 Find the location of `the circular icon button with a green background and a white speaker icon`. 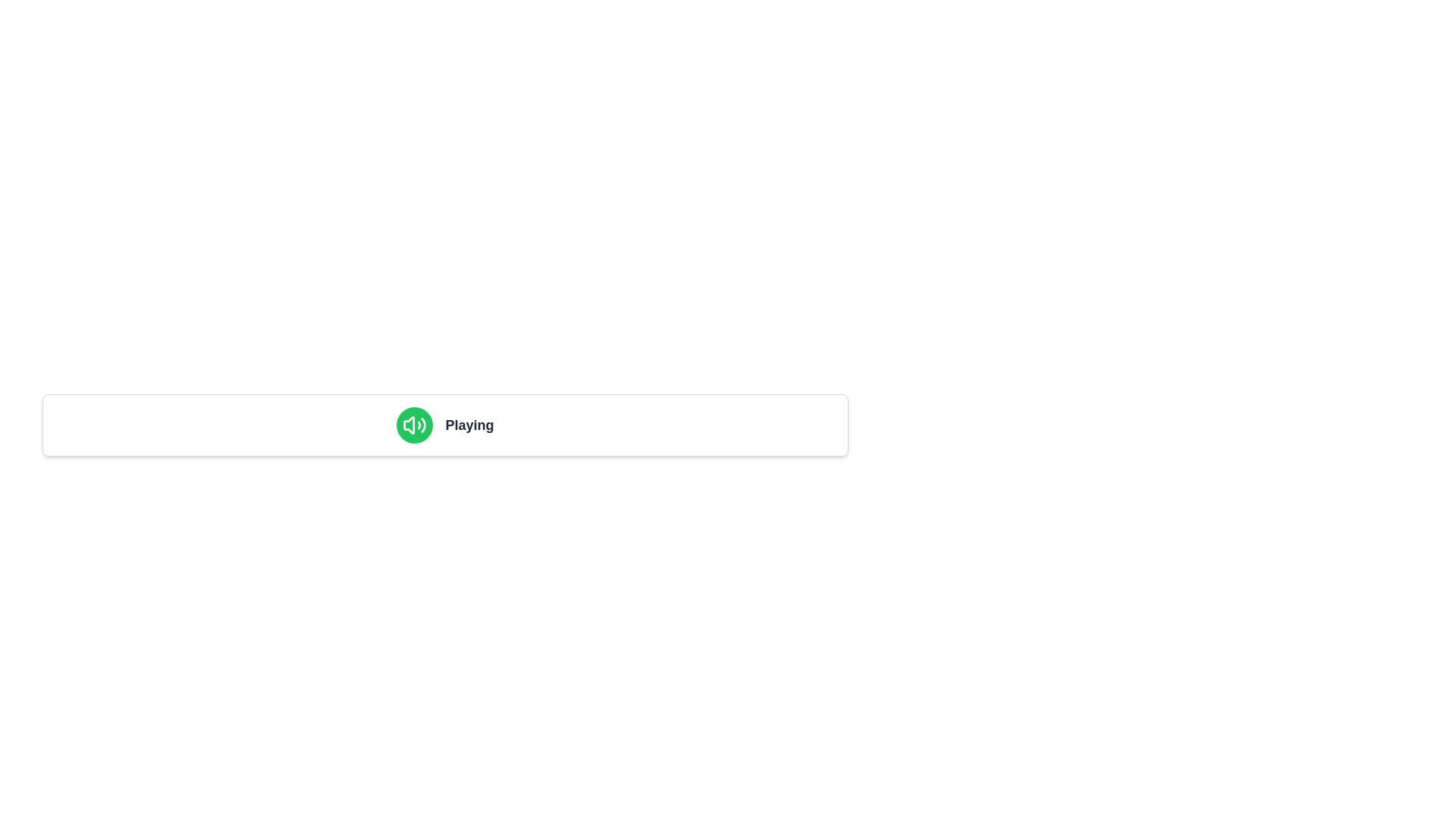

the circular icon button with a green background and a white speaker icon is located at coordinates (415, 425).